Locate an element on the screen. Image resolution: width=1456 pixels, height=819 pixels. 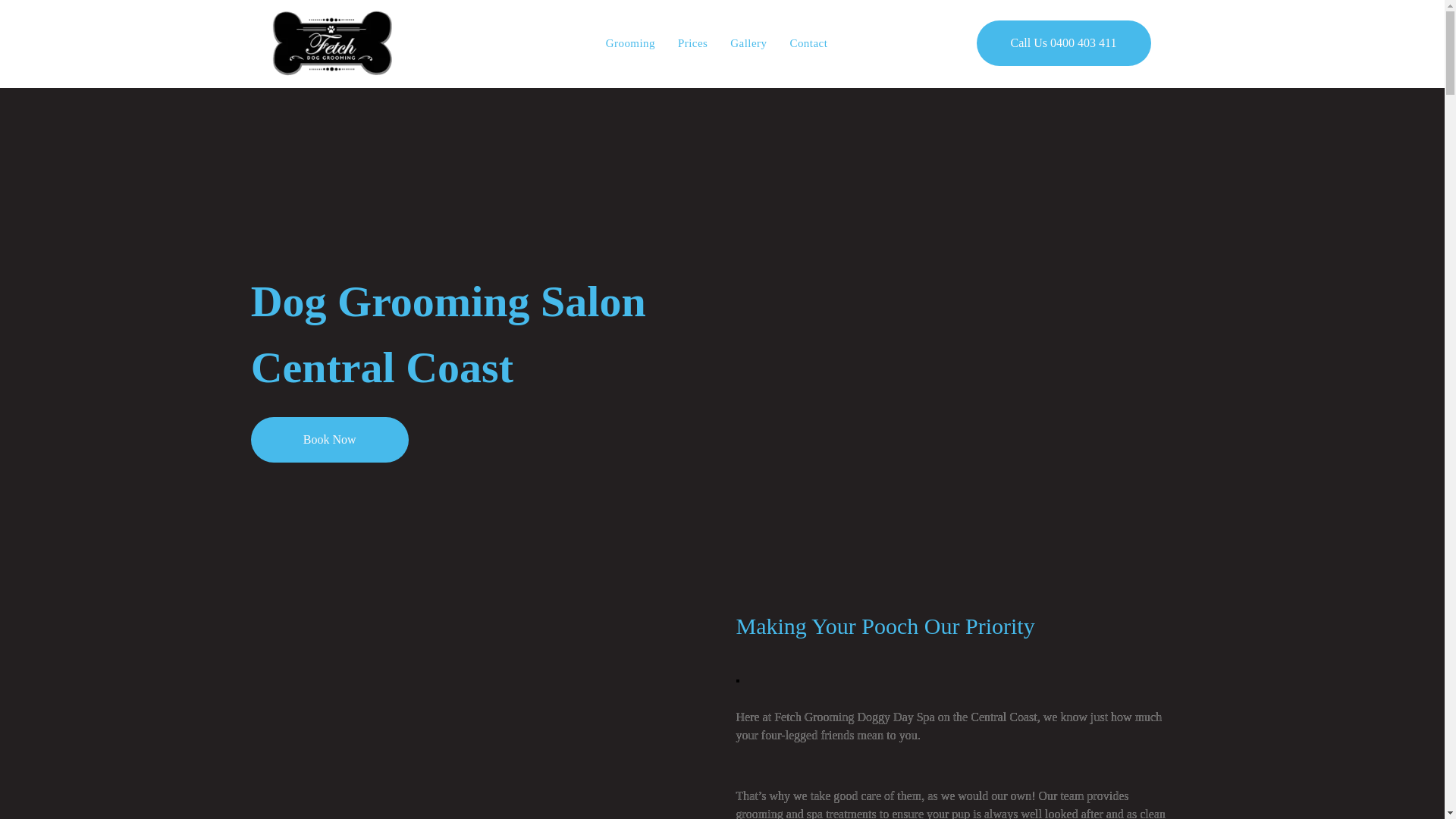
'Grooming' is located at coordinates (630, 42).